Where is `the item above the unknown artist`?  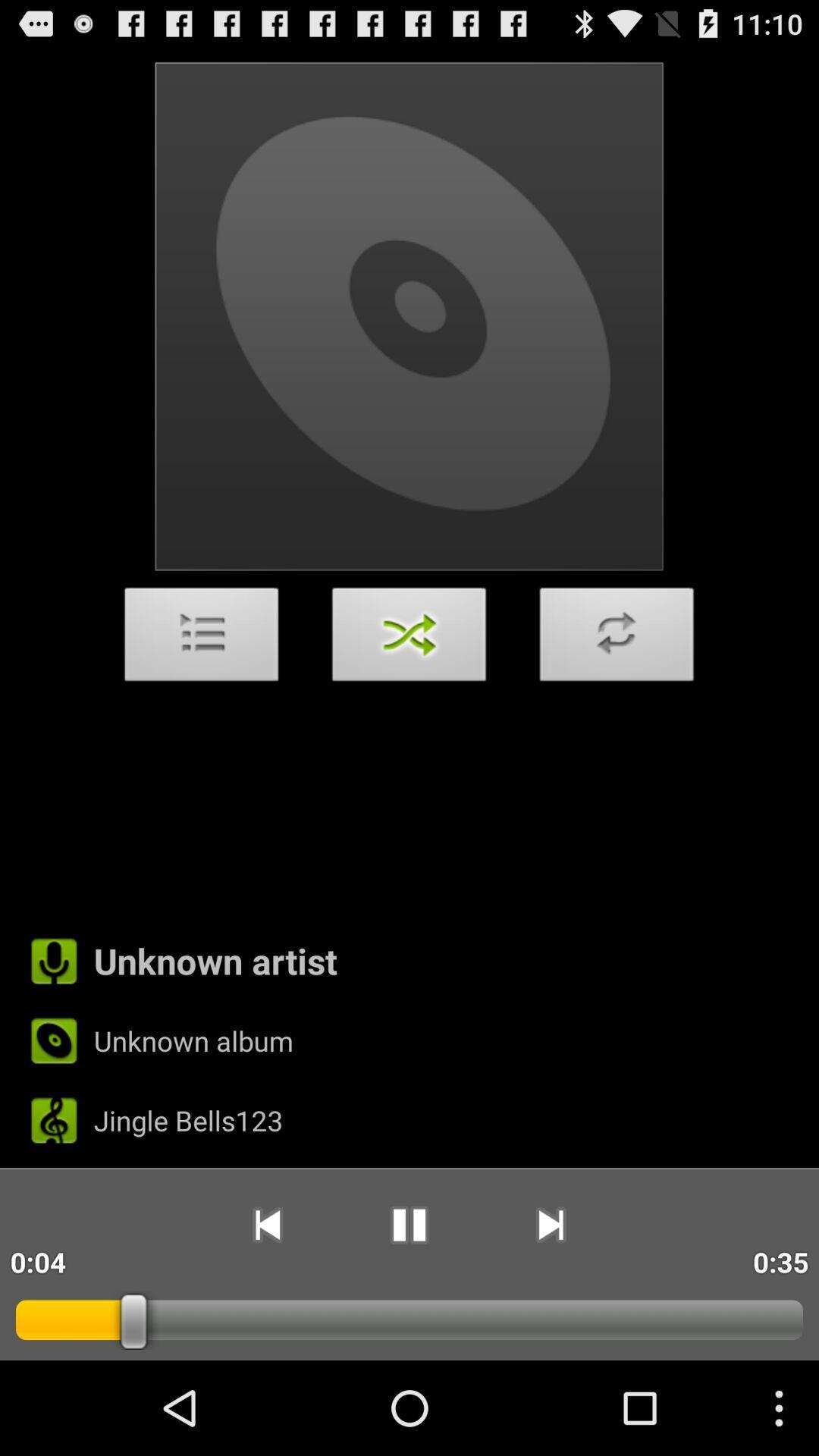
the item above the unknown artist is located at coordinates (617, 639).